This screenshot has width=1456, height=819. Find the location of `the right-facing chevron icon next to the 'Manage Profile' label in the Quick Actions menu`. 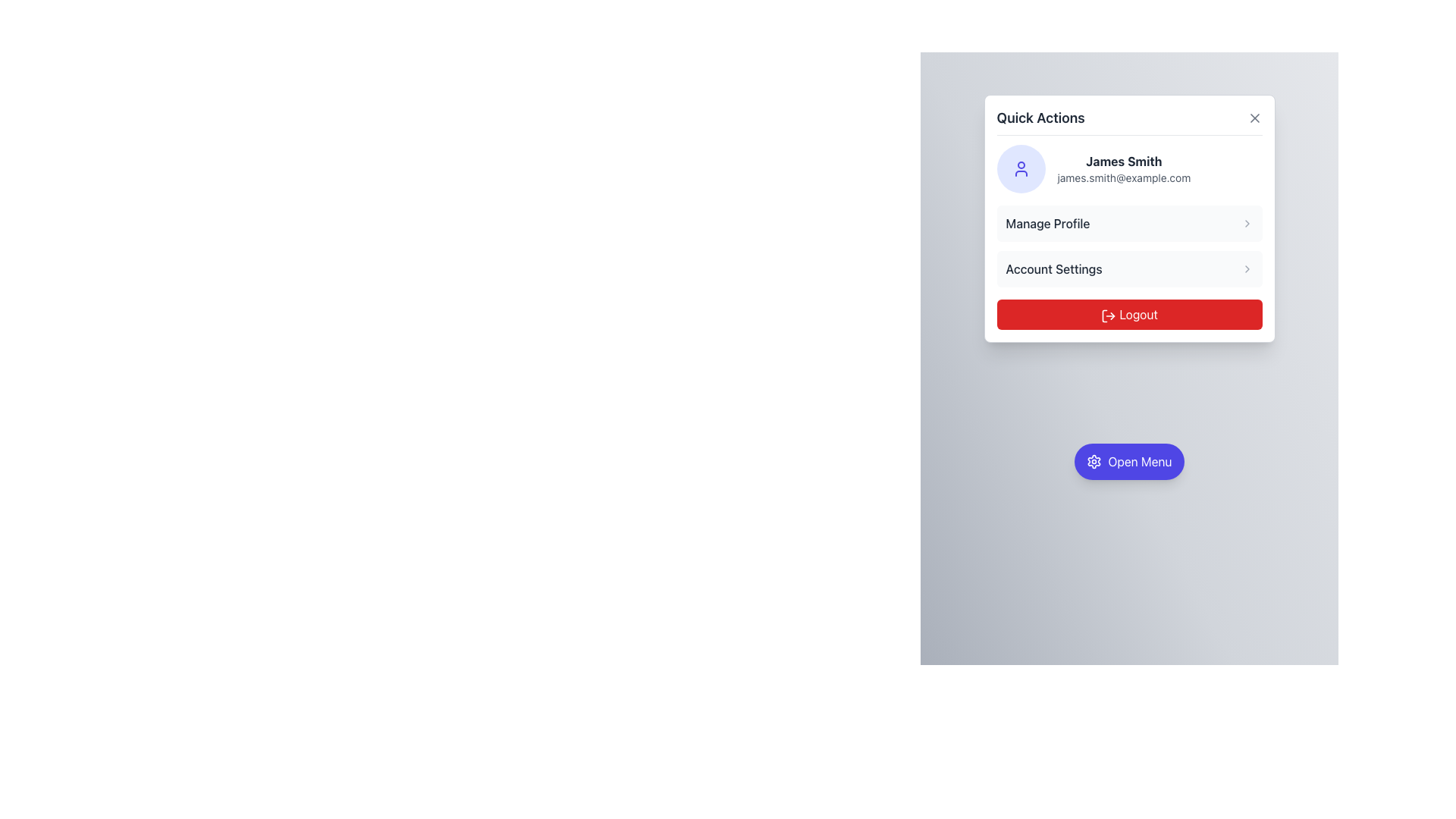

the right-facing chevron icon next to the 'Manage Profile' label in the Quick Actions menu is located at coordinates (1247, 223).